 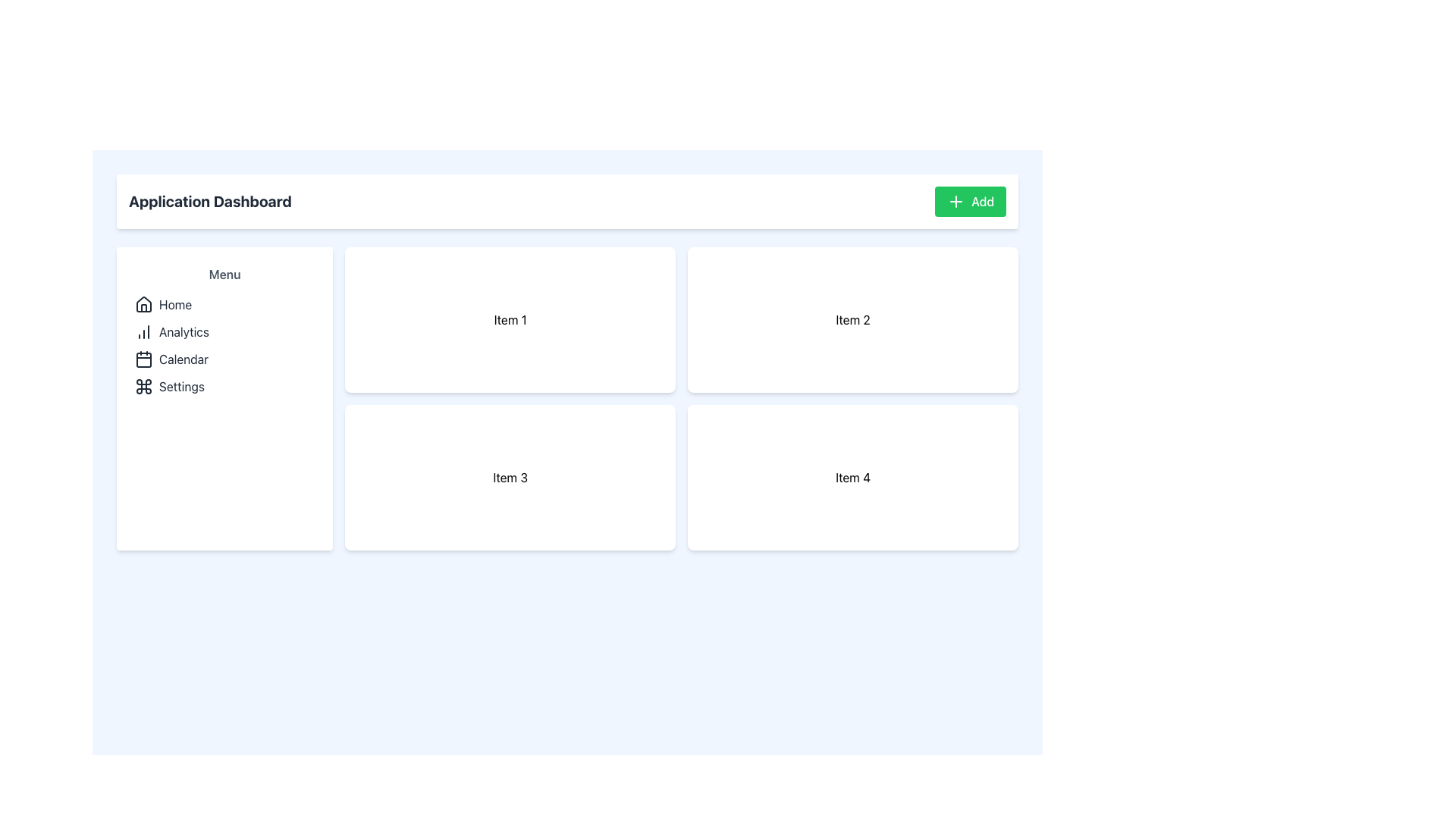 What do you see at coordinates (144, 385) in the screenshot?
I see `the icon depicting a command-like symbol with four circular loops, located in the left sidebar menu preceding the 'Settings' text` at bounding box center [144, 385].